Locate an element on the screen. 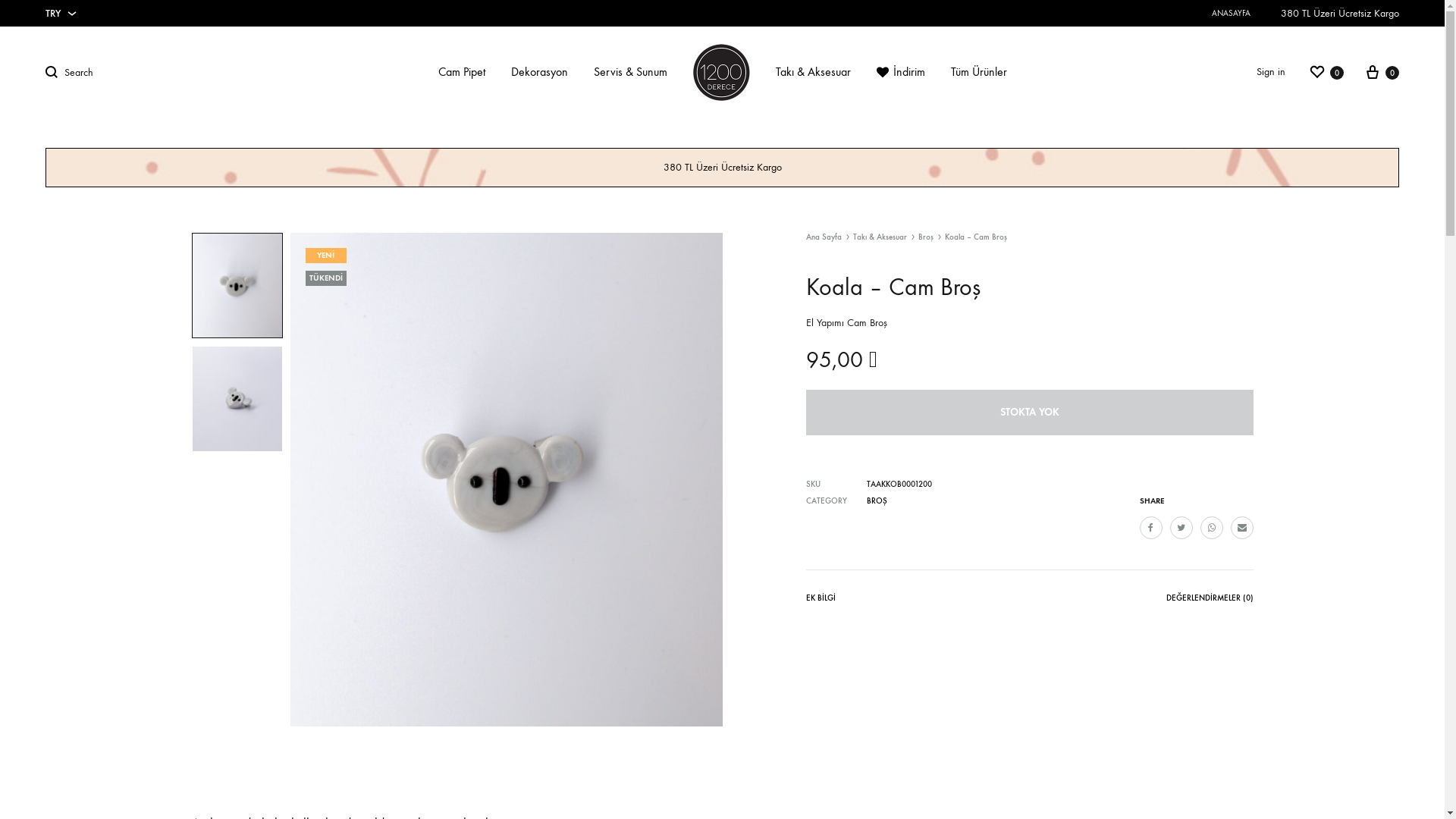 Image resolution: width=1456 pixels, height=819 pixels. 'koala-pin-1' is located at coordinates (506, 479).